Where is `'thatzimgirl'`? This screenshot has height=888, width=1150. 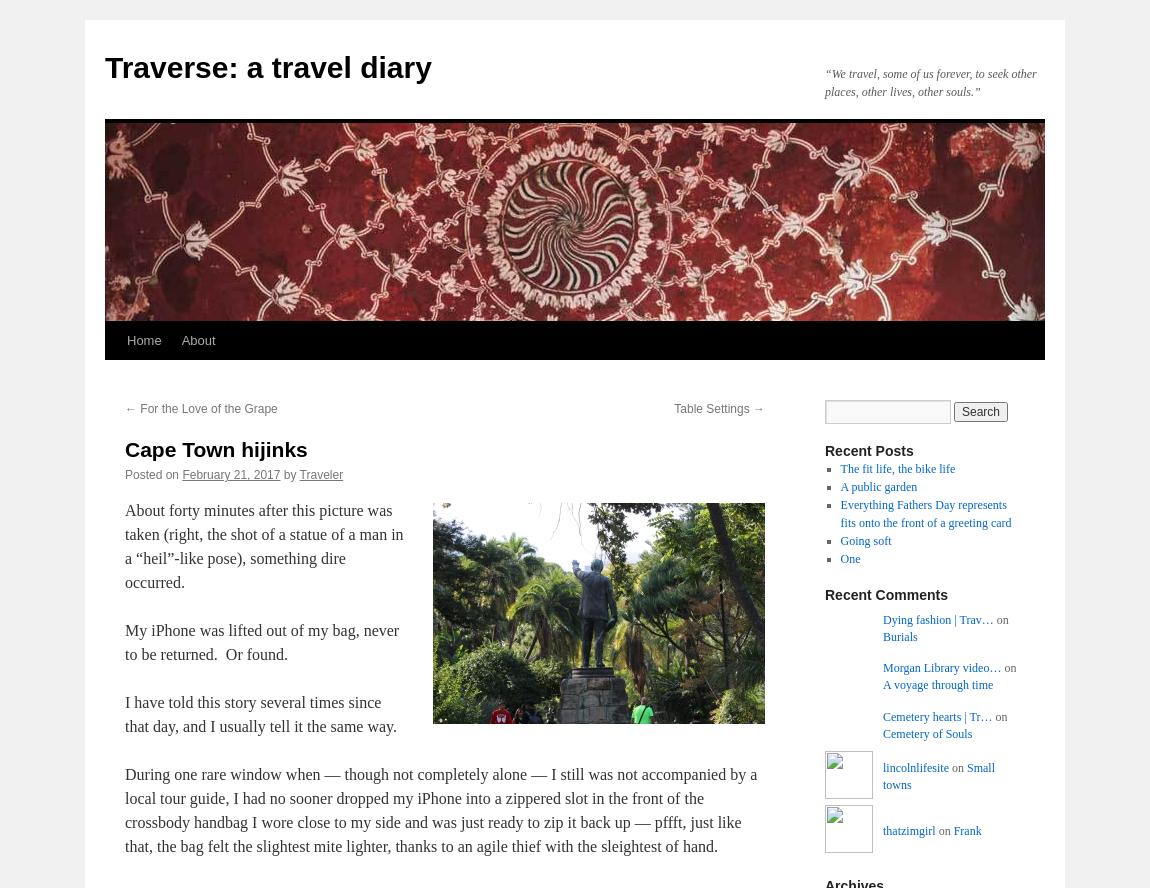
'thatzimgirl' is located at coordinates (908, 830).